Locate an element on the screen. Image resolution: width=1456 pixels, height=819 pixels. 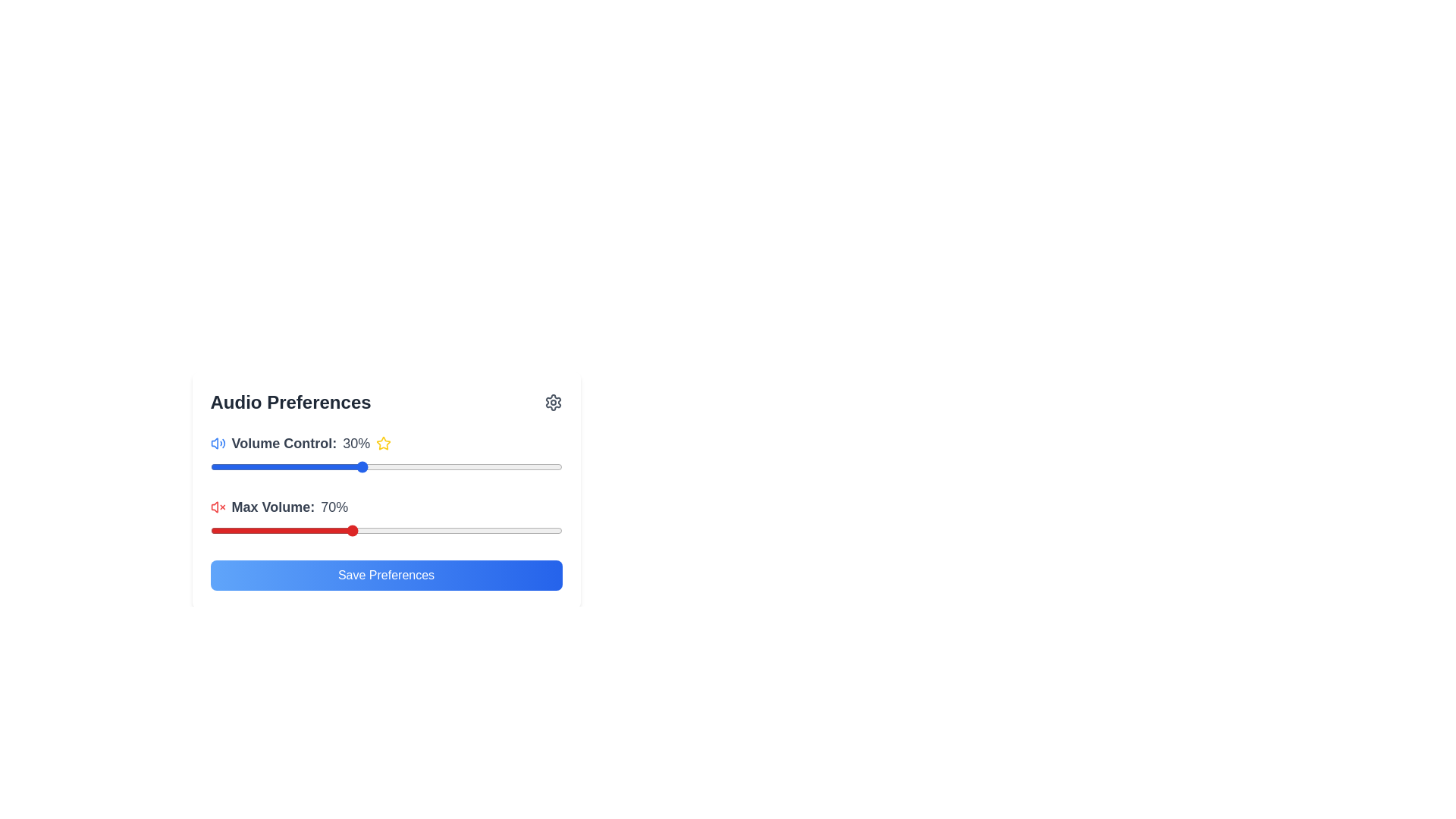
the volume control slider, which displays 'Max Volume: 70%' is located at coordinates (386, 519).